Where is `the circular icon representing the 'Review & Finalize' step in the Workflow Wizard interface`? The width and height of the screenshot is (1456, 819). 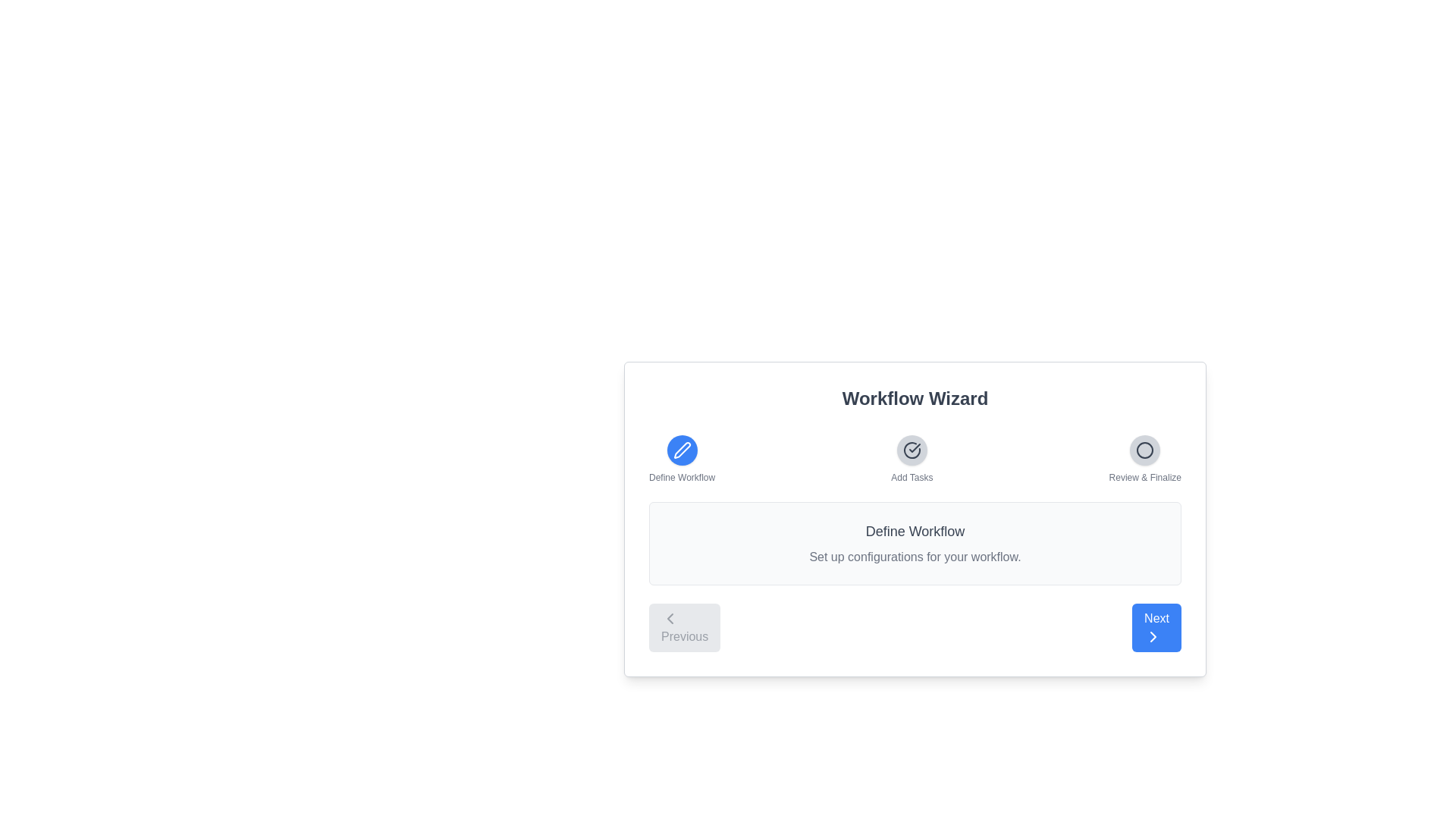 the circular icon representing the 'Review & Finalize' step in the Workflow Wizard interface is located at coordinates (1145, 450).